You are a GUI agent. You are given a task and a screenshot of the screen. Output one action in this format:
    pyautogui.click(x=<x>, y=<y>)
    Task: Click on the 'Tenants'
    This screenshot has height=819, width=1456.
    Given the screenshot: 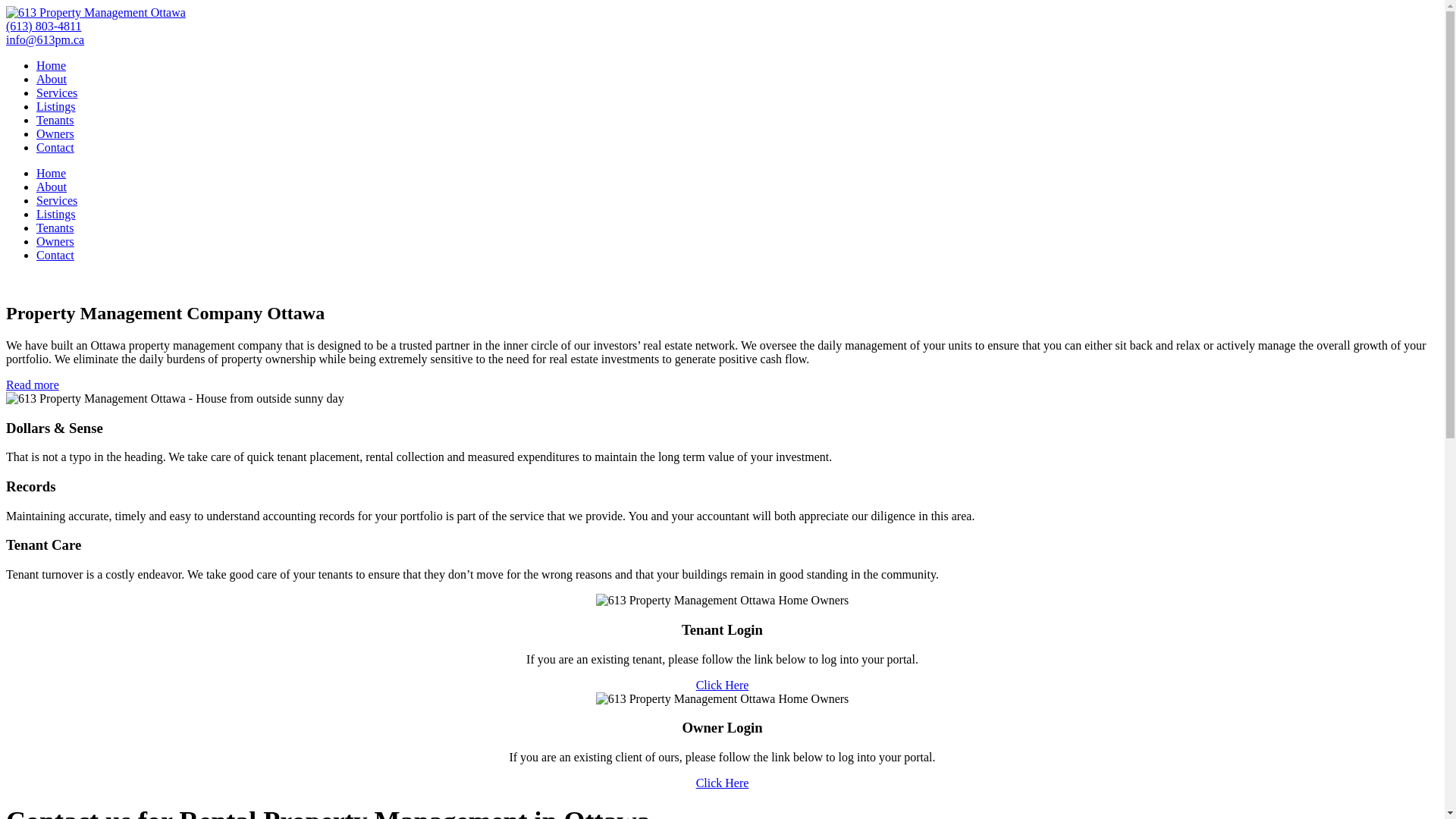 What is the action you would take?
    pyautogui.click(x=55, y=119)
    